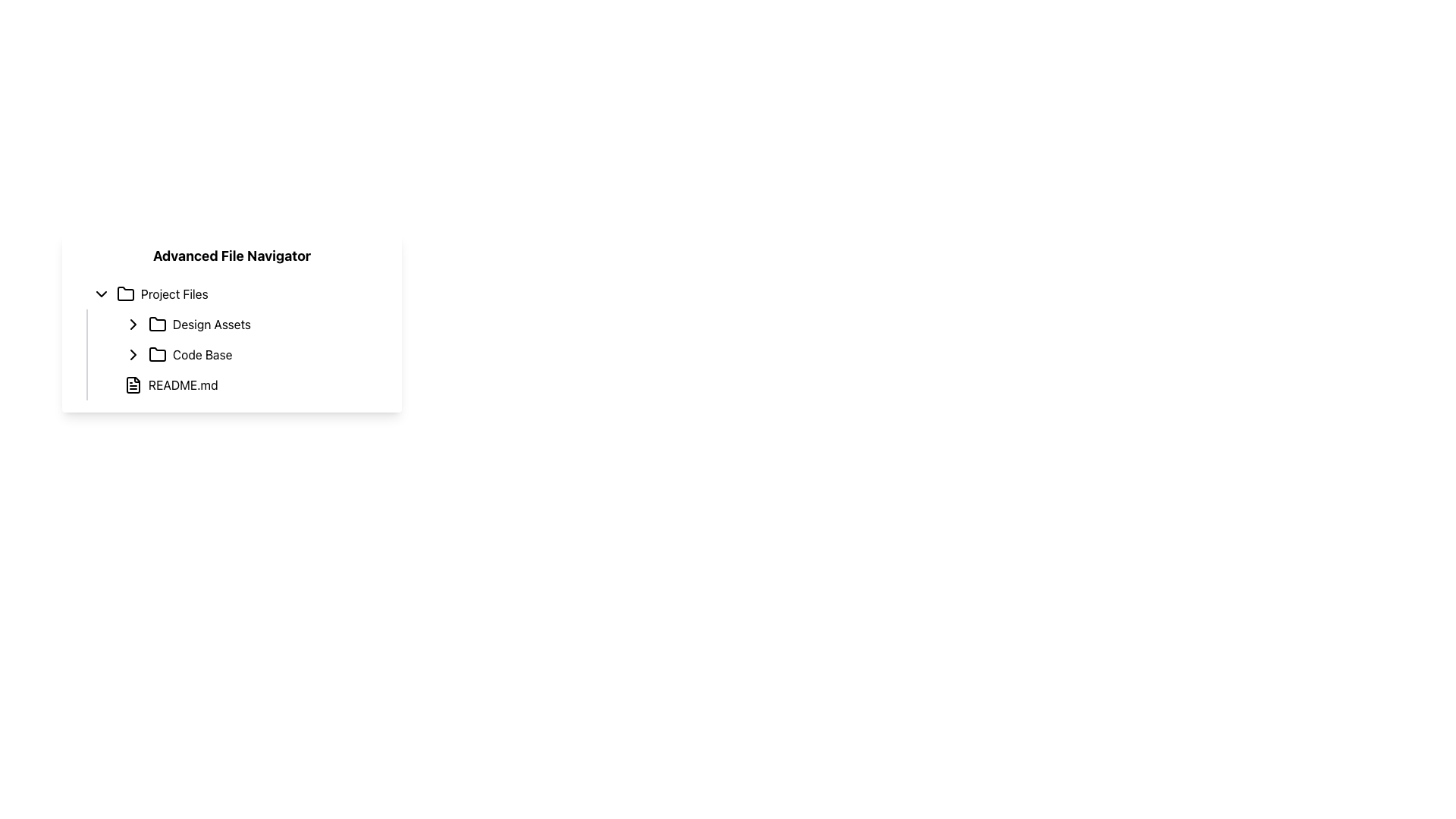  Describe the element at coordinates (126, 294) in the screenshot. I see `the SVG folder icon located to the immediate left of the 'Project Files' text in the file navigation section` at that location.